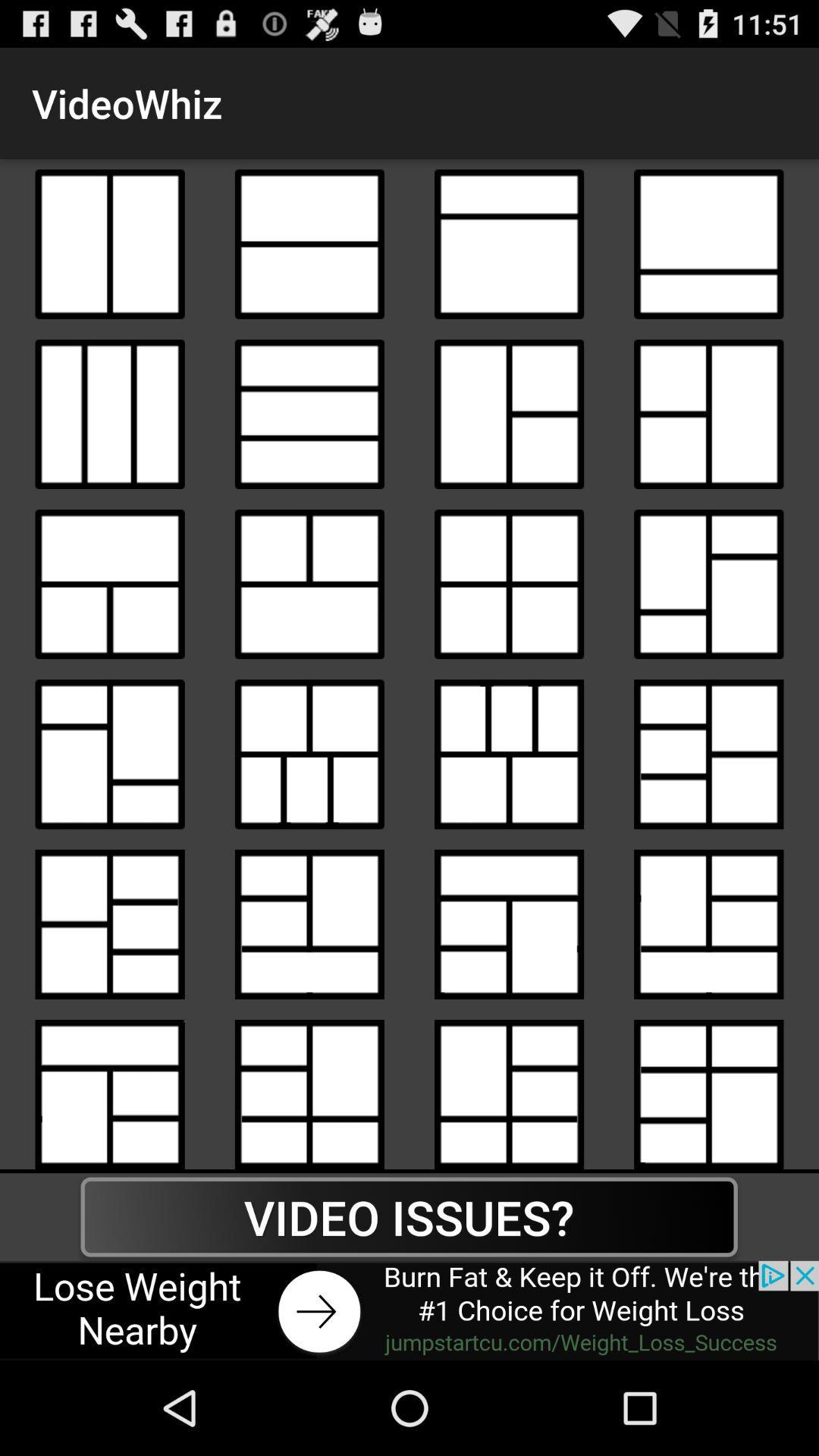 This screenshot has width=819, height=1456. Describe the element at coordinates (309, 754) in the screenshot. I see `select` at that location.